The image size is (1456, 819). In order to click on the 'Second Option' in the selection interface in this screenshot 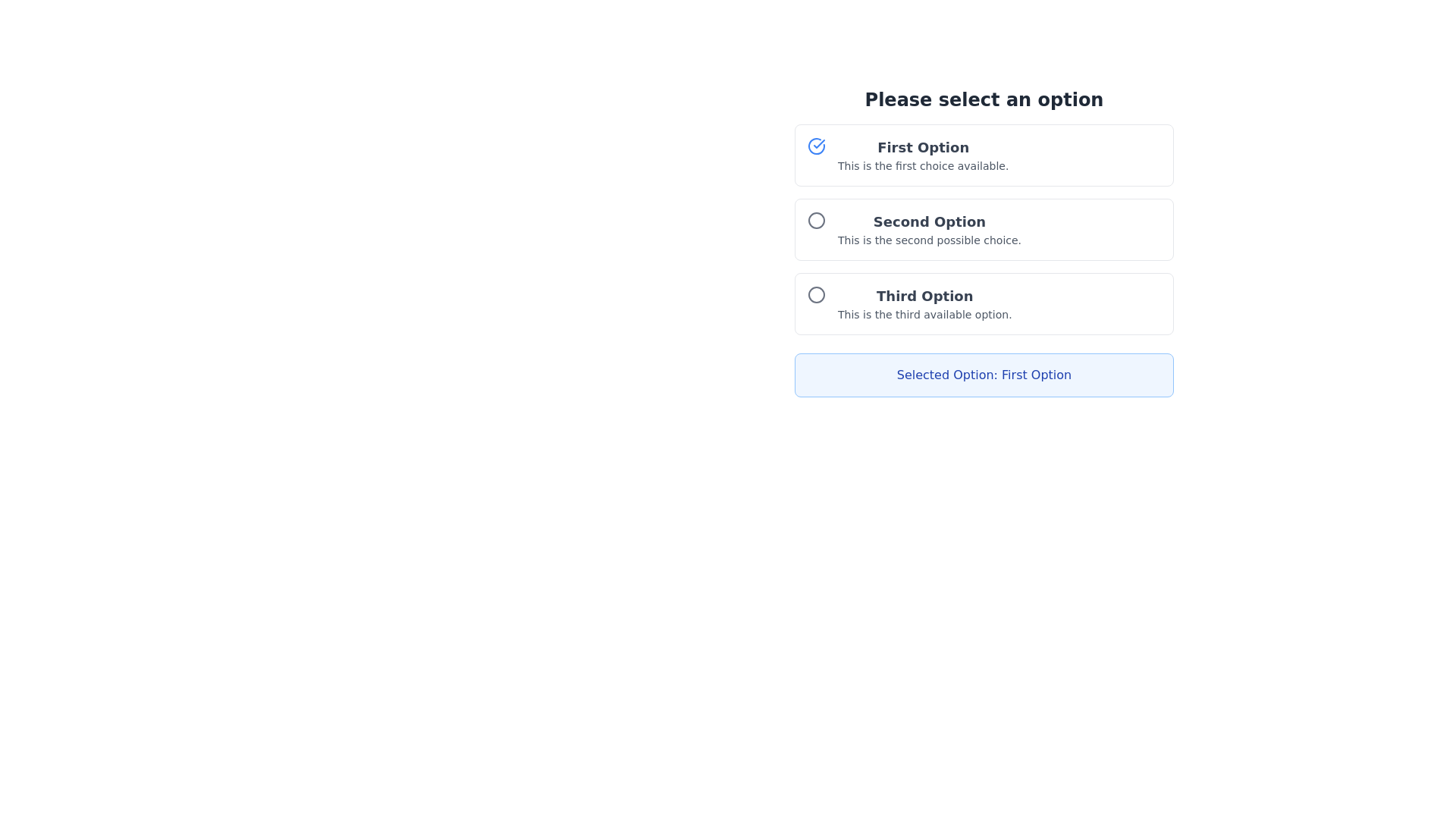, I will do `click(984, 227)`.